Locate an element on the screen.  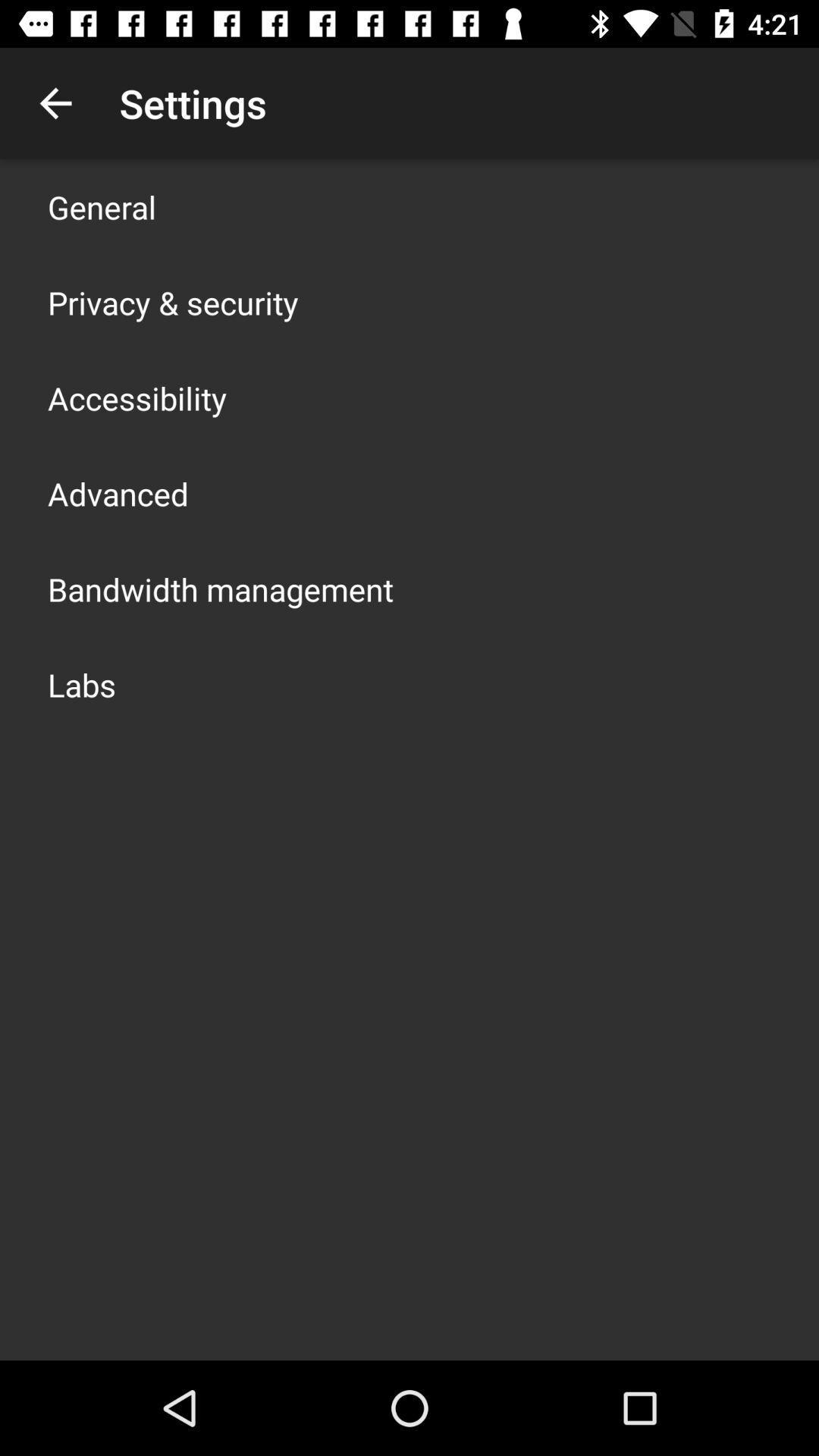
the app above labs app is located at coordinates (220, 588).